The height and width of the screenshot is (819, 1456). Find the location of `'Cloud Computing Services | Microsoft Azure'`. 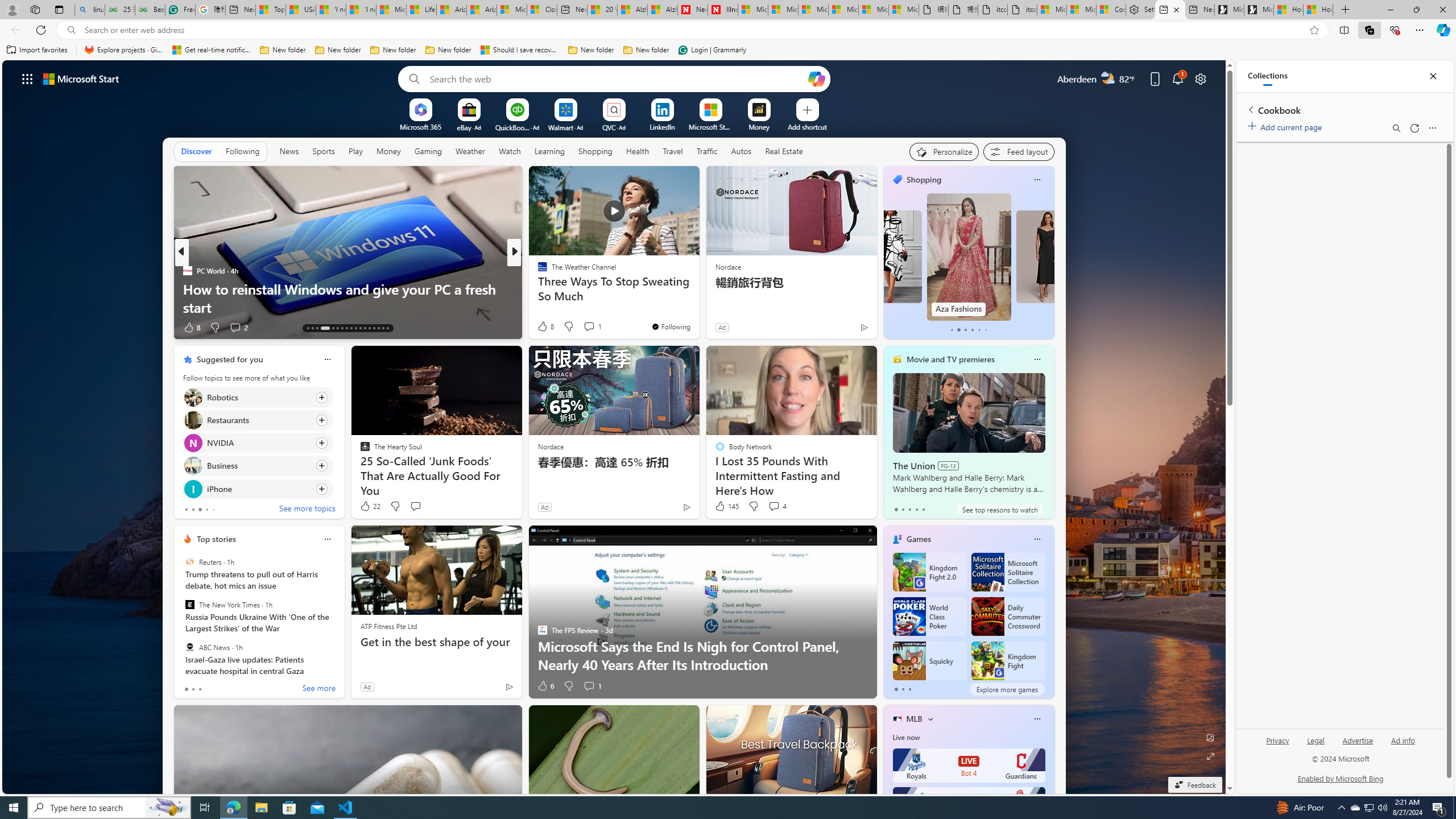

'Cloud Computing Services | Microsoft Azure' is located at coordinates (542, 9).